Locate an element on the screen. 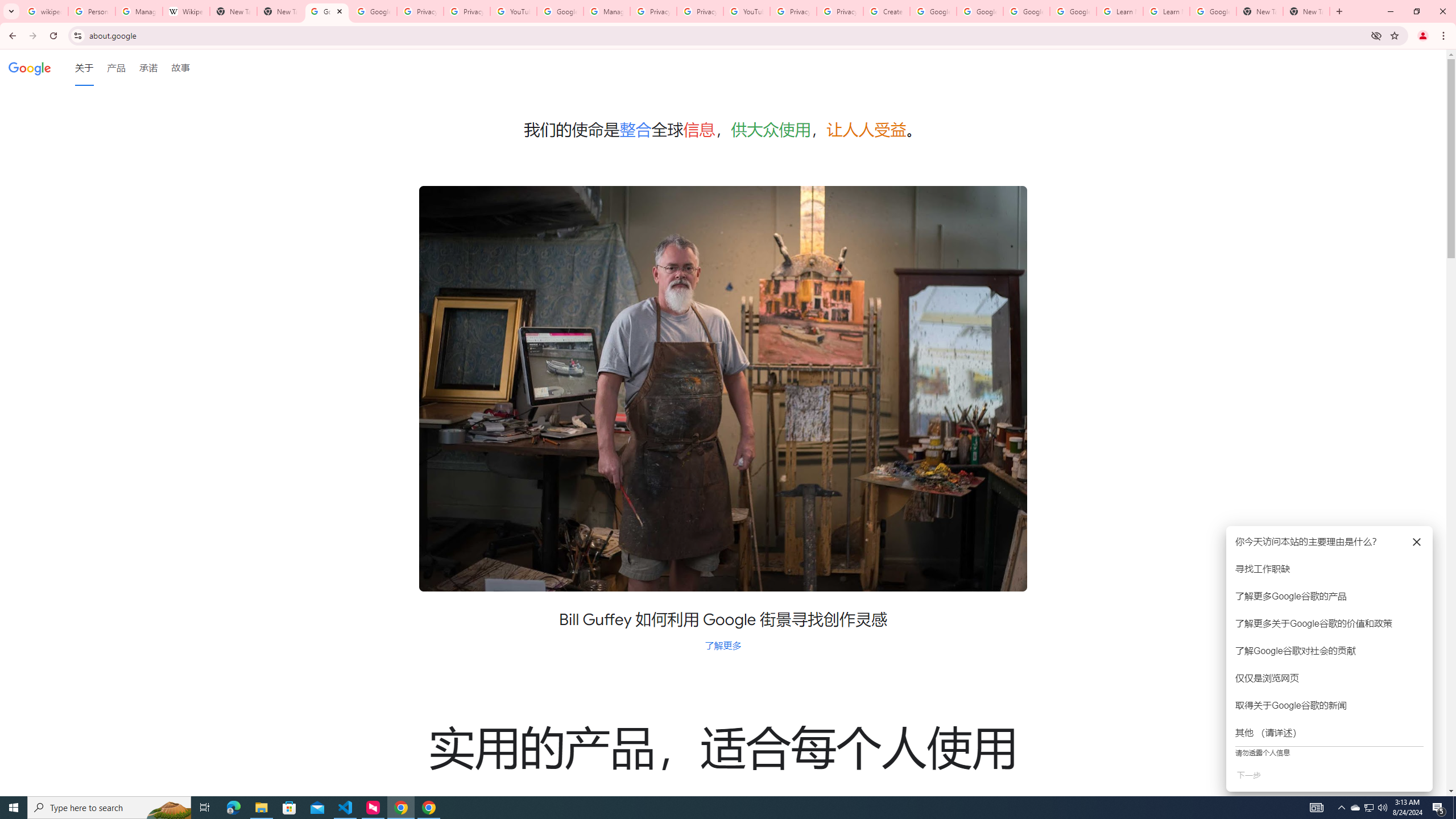  'Manage your Location History - Google Search Help' is located at coordinates (139, 11).